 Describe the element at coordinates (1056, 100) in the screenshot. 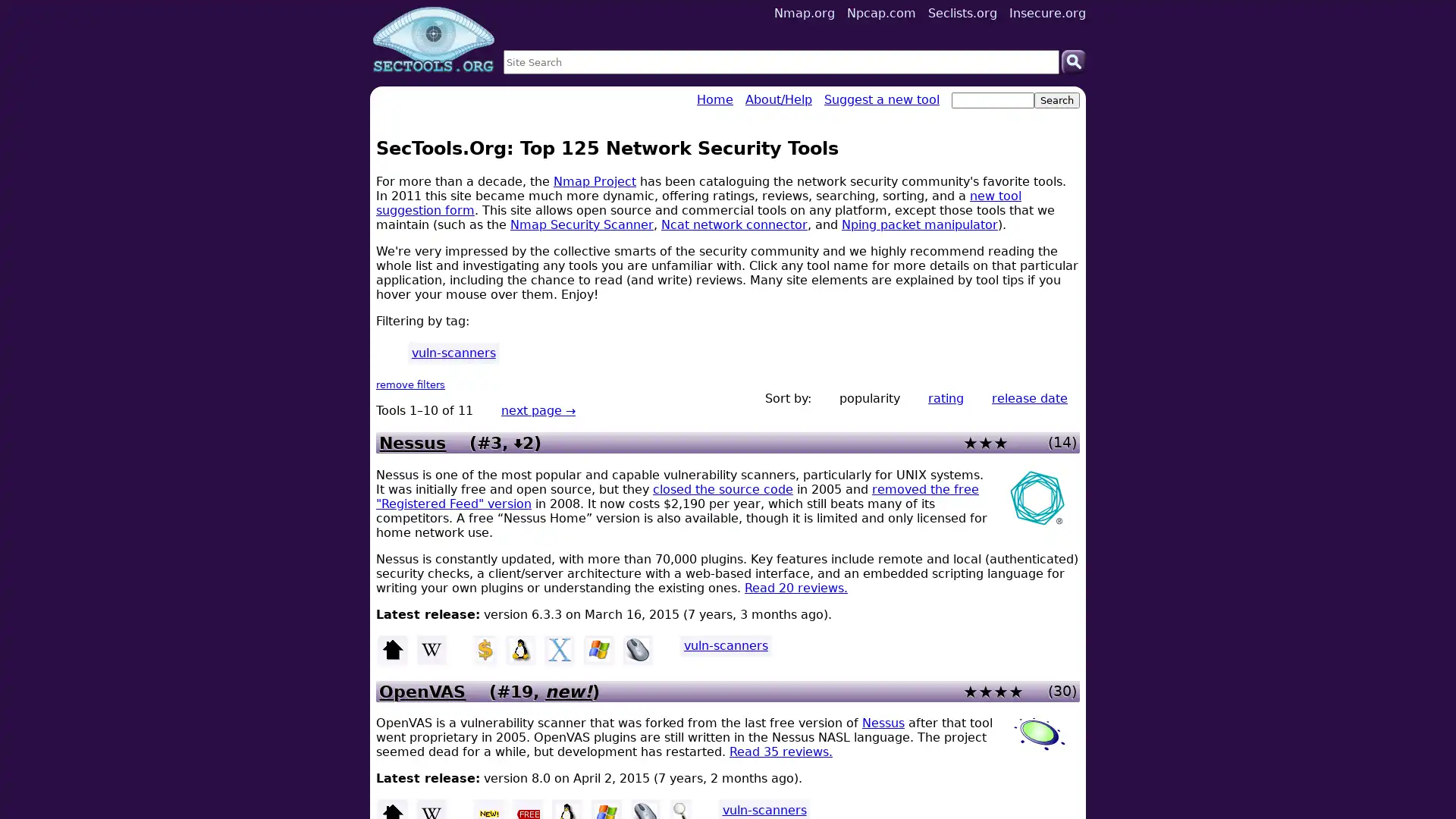

I see `Search` at that location.